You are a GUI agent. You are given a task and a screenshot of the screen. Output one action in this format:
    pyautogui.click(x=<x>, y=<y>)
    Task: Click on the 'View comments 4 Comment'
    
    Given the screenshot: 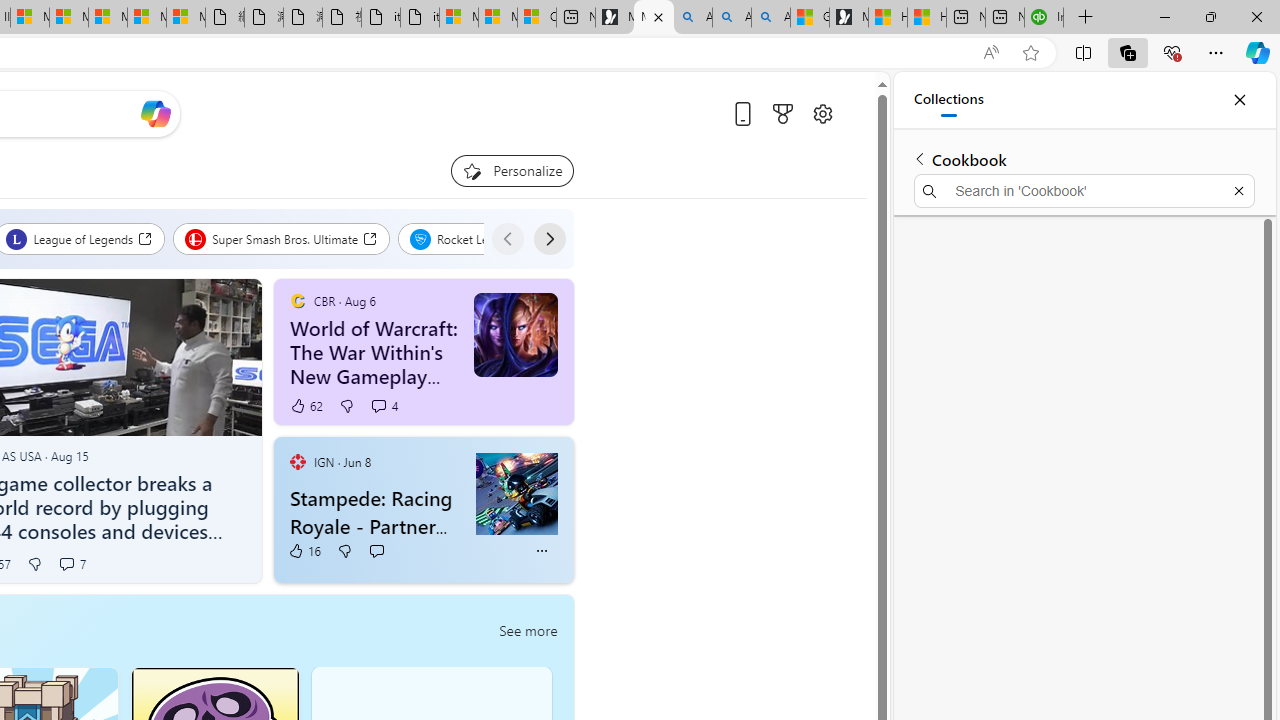 What is the action you would take?
    pyautogui.click(x=384, y=405)
    